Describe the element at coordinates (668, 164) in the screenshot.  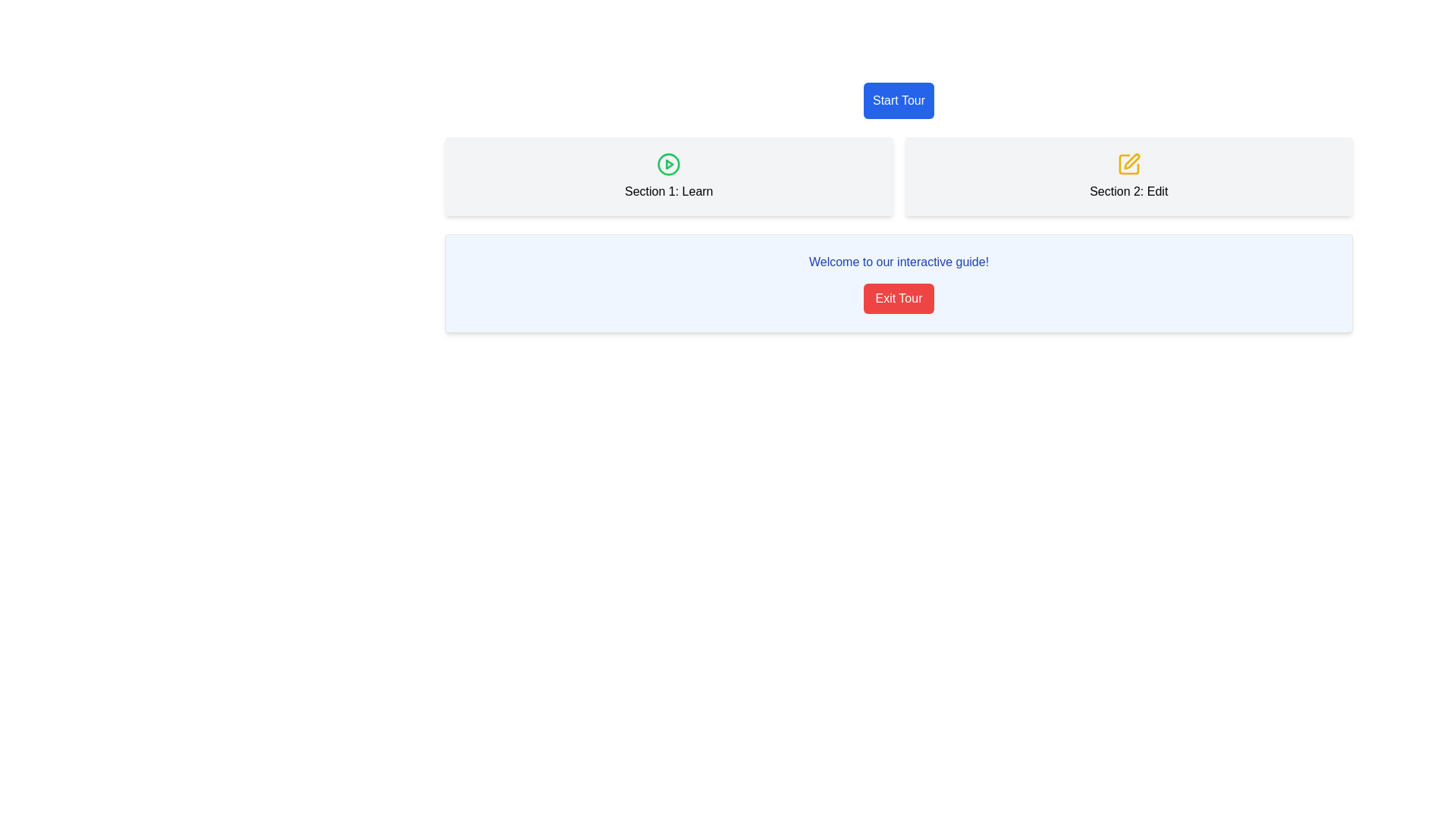
I see `the decorative graphical element (circle) within the green circular icon of the 'Section 1: Learn' label located in the upper-middle part of the interface` at that location.